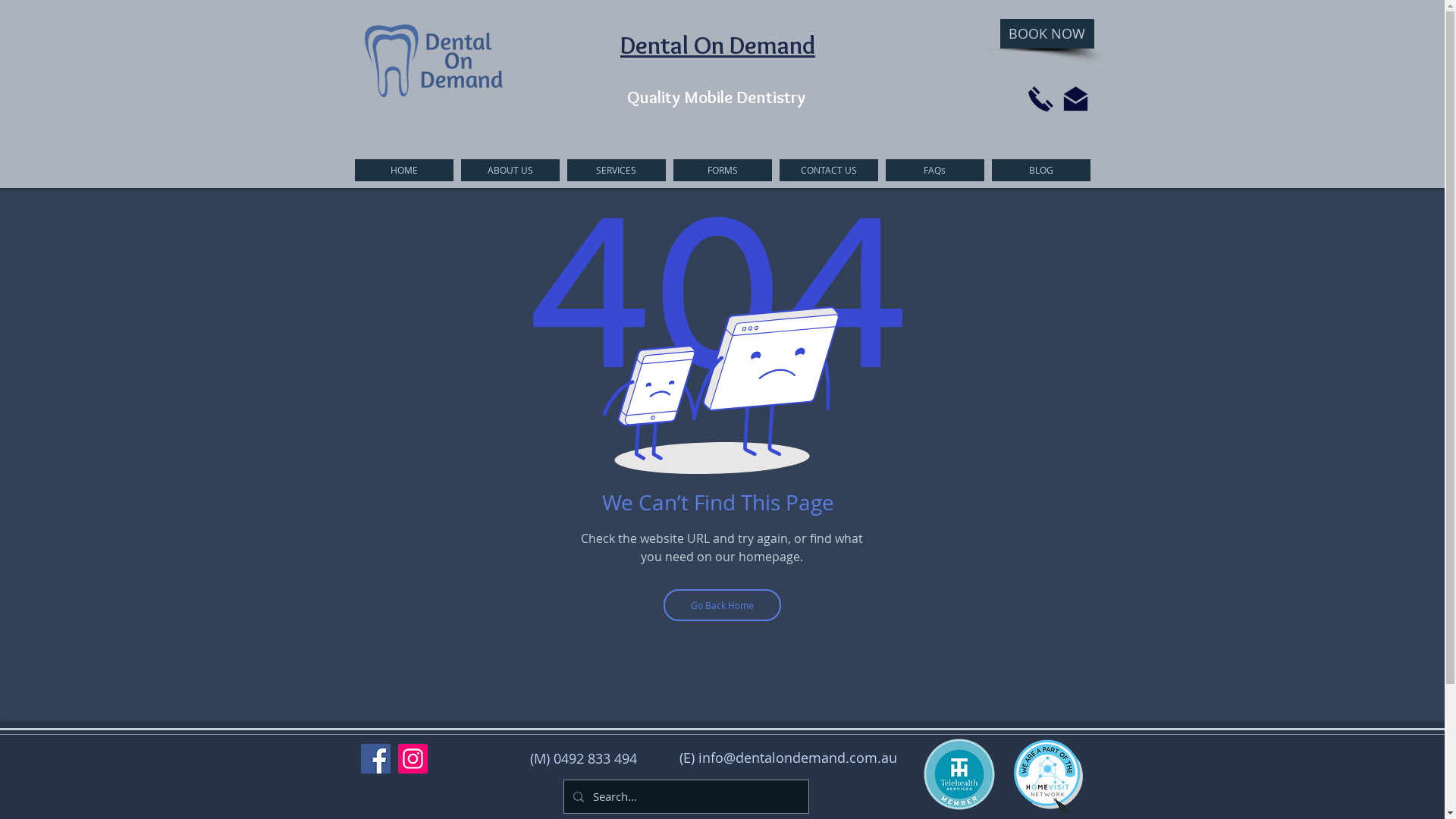 This screenshot has height=819, width=1456. I want to click on 'BLOG', so click(992, 170).